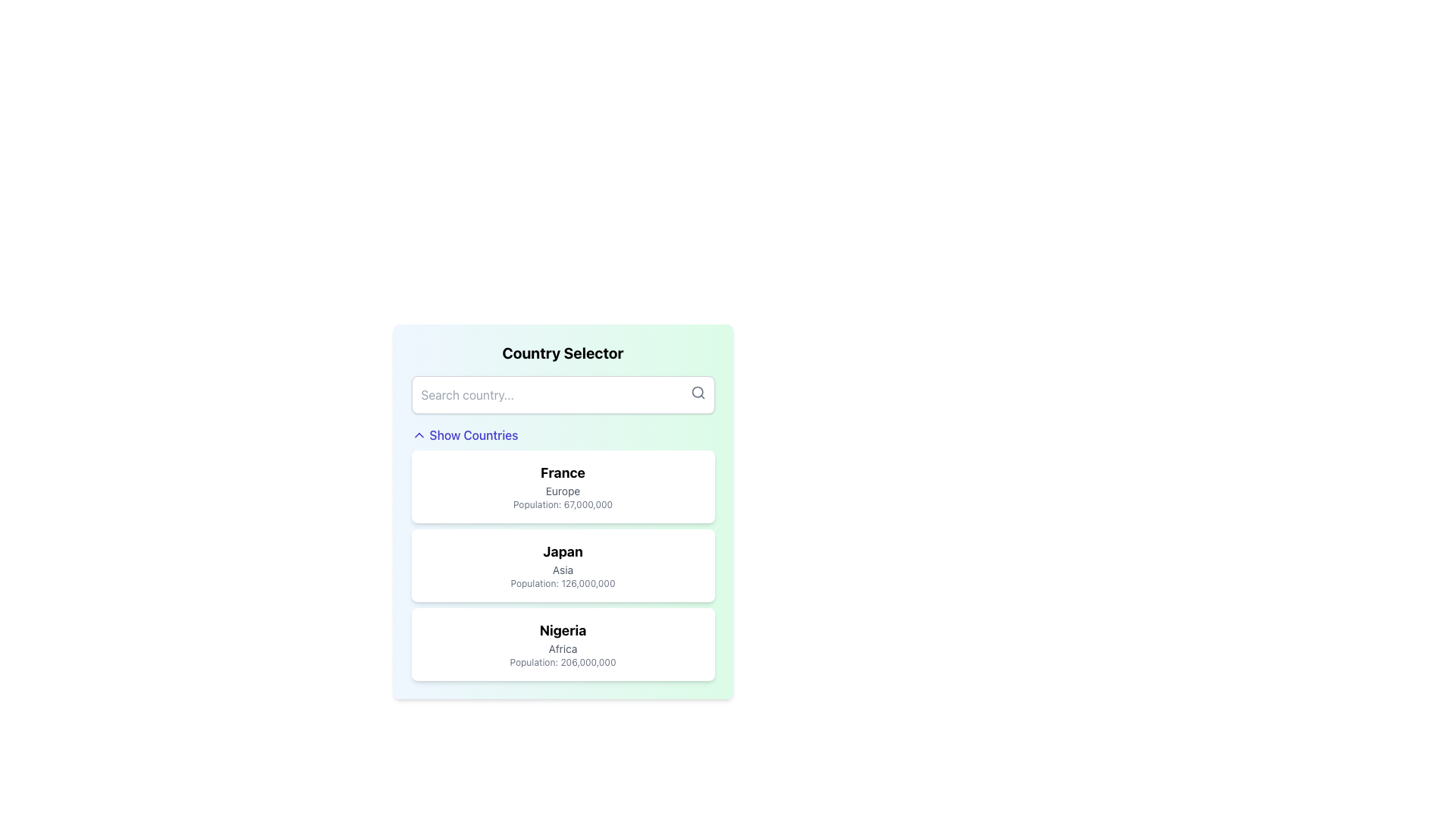  I want to click on the toggle button for displaying or hiding the list of countries, located below the search input box in the Country Selector component, so click(464, 435).